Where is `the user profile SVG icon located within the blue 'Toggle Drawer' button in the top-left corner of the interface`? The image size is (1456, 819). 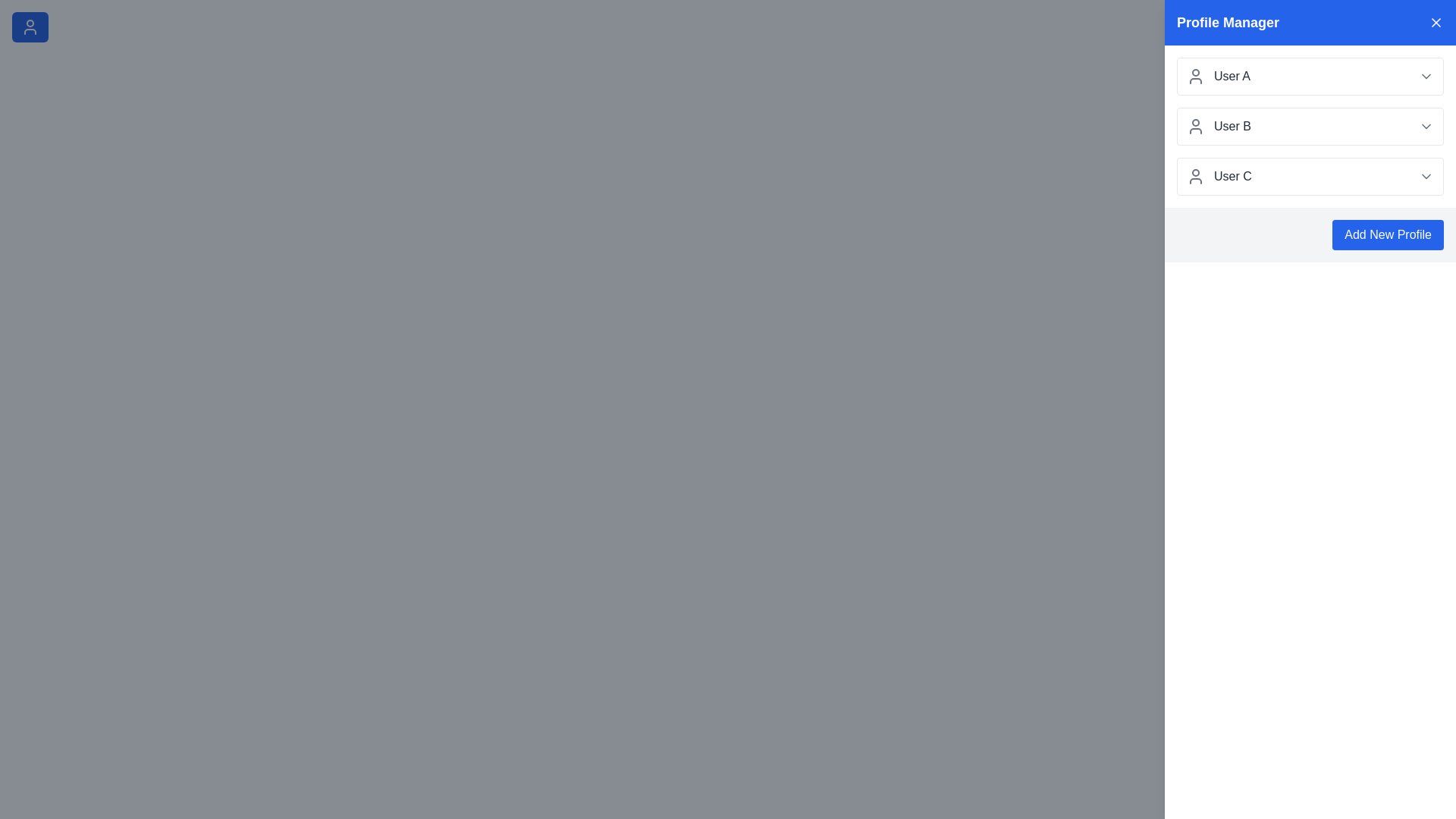 the user profile SVG icon located within the blue 'Toggle Drawer' button in the top-left corner of the interface is located at coordinates (30, 27).